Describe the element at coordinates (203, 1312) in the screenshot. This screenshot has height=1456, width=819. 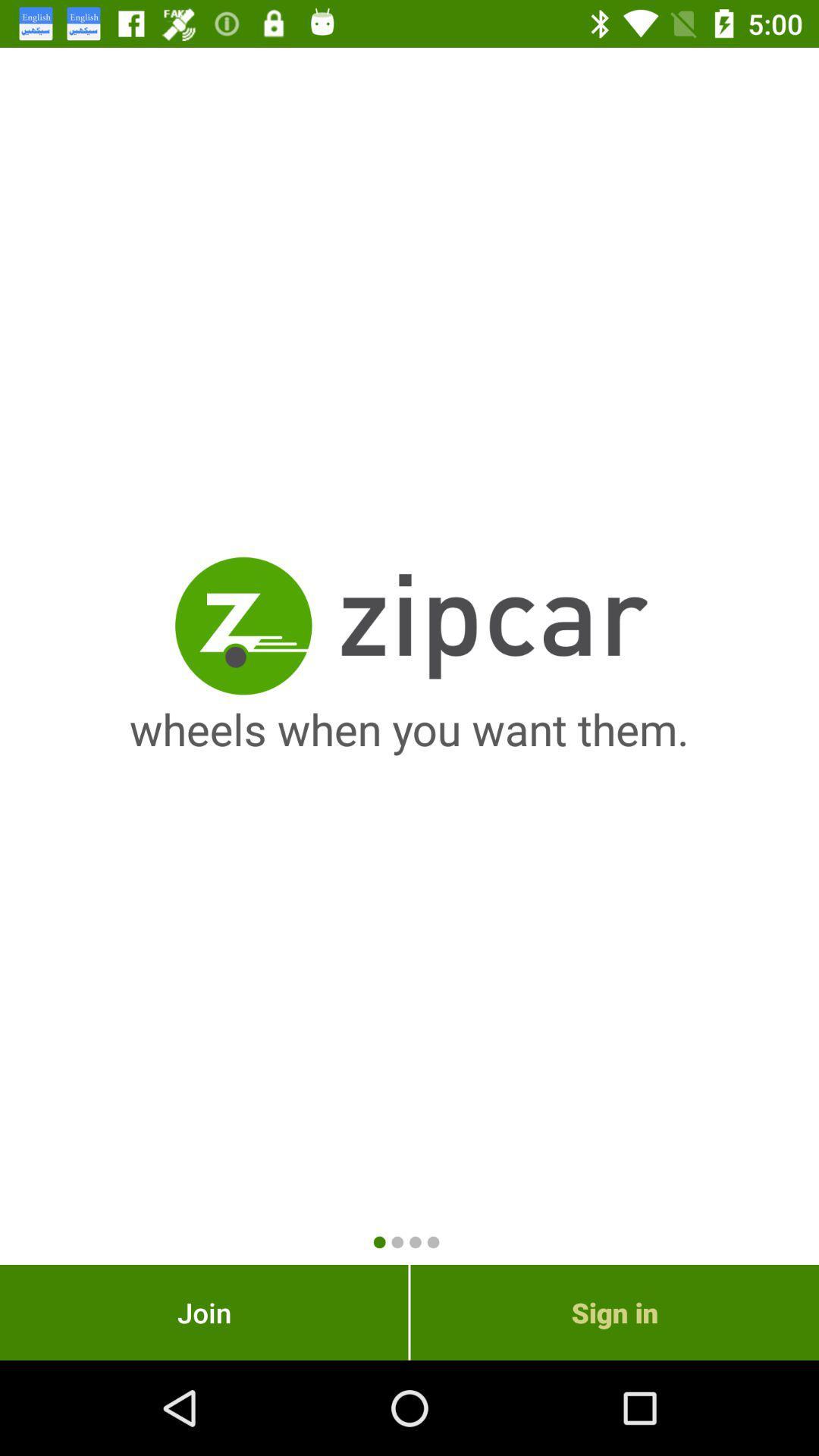
I see `icon next to the sign in` at that location.